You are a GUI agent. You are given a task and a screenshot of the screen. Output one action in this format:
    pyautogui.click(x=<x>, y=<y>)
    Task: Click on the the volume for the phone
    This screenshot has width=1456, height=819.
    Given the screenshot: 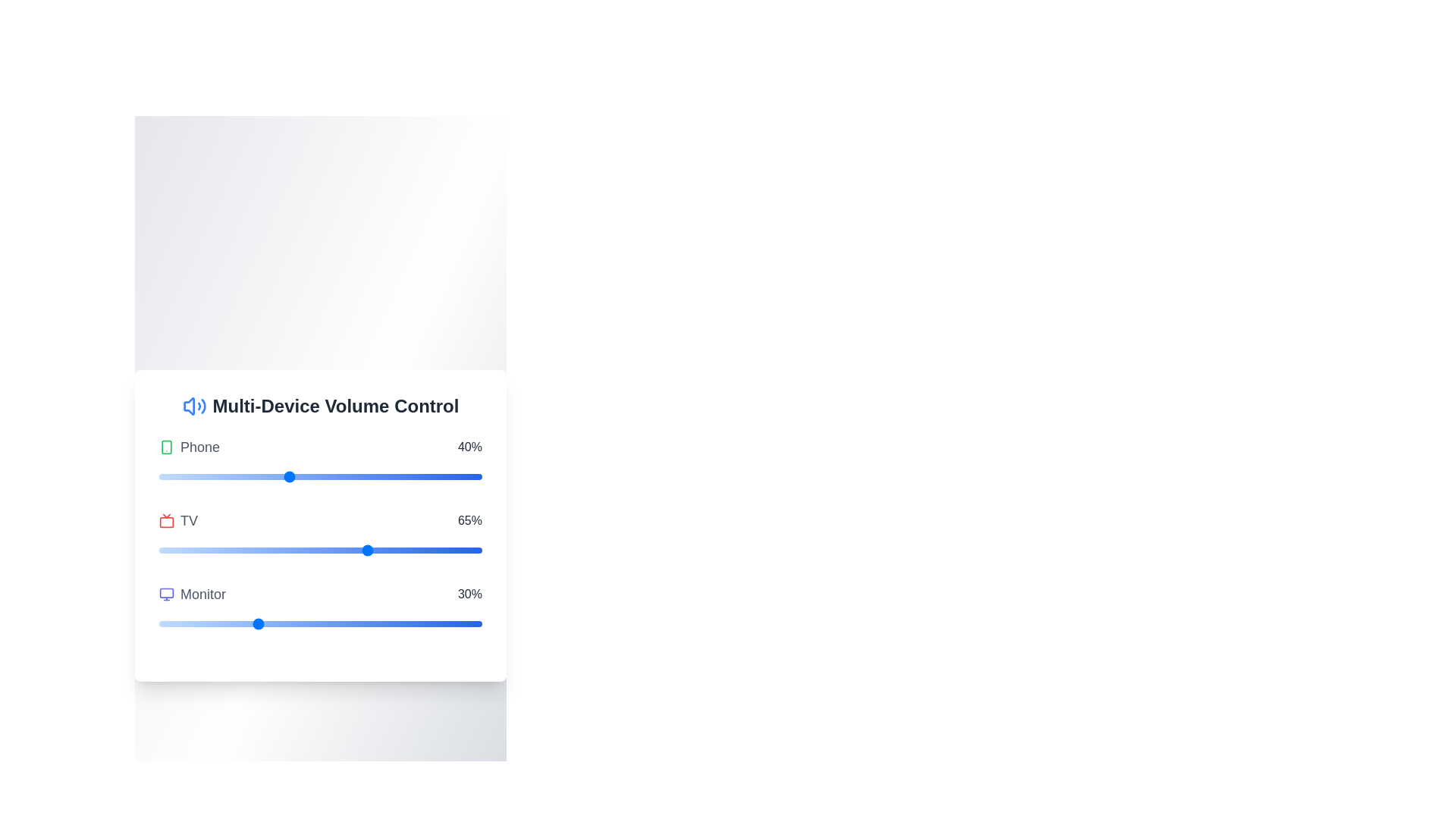 What is the action you would take?
    pyautogui.click(x=346, y=475)
    